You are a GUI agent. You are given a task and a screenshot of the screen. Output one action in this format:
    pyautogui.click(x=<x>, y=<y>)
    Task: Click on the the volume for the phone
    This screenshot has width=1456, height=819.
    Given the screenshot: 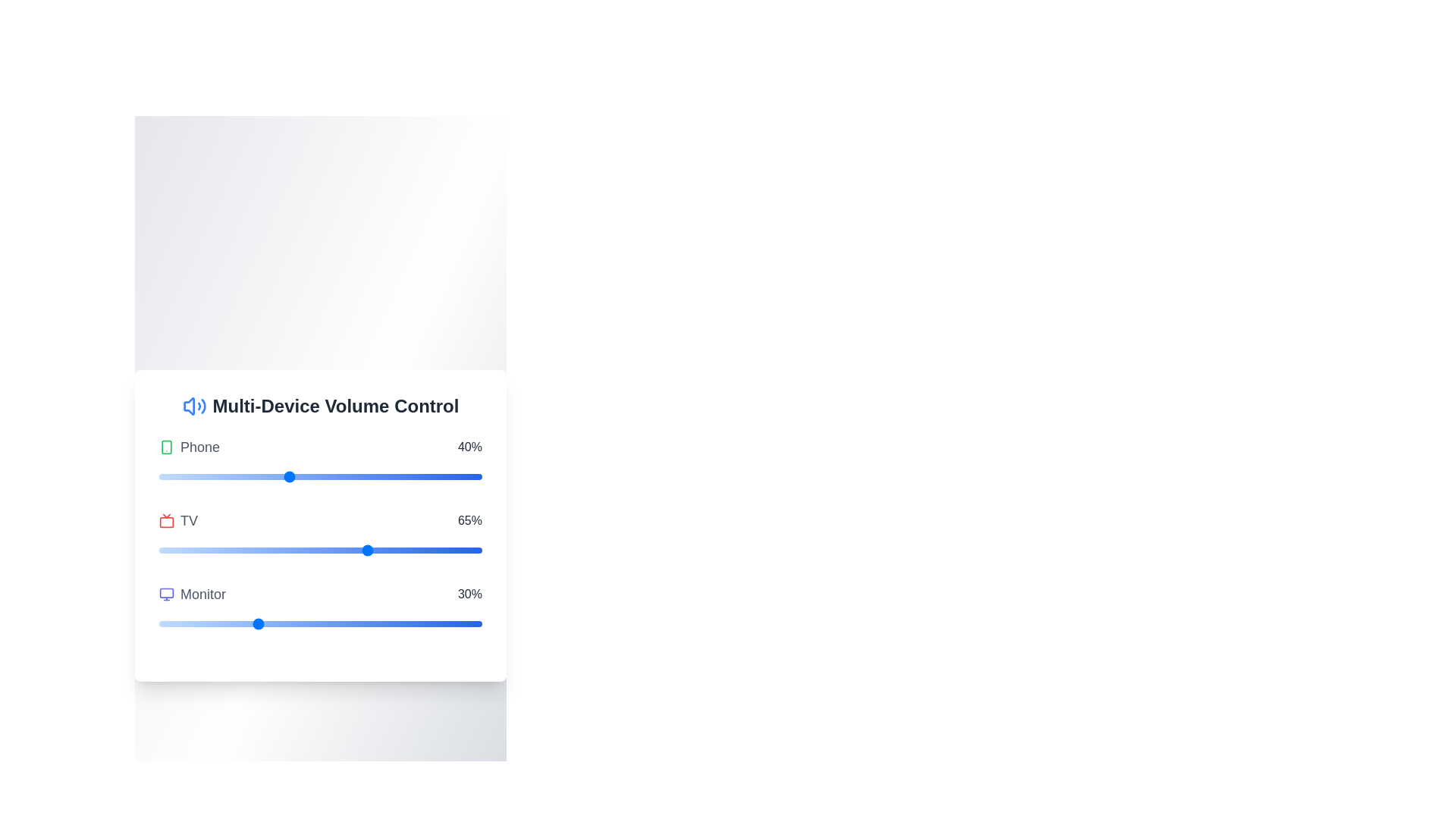 What is the action you would take?
    pyautogui.click(x=346, y=475)
    